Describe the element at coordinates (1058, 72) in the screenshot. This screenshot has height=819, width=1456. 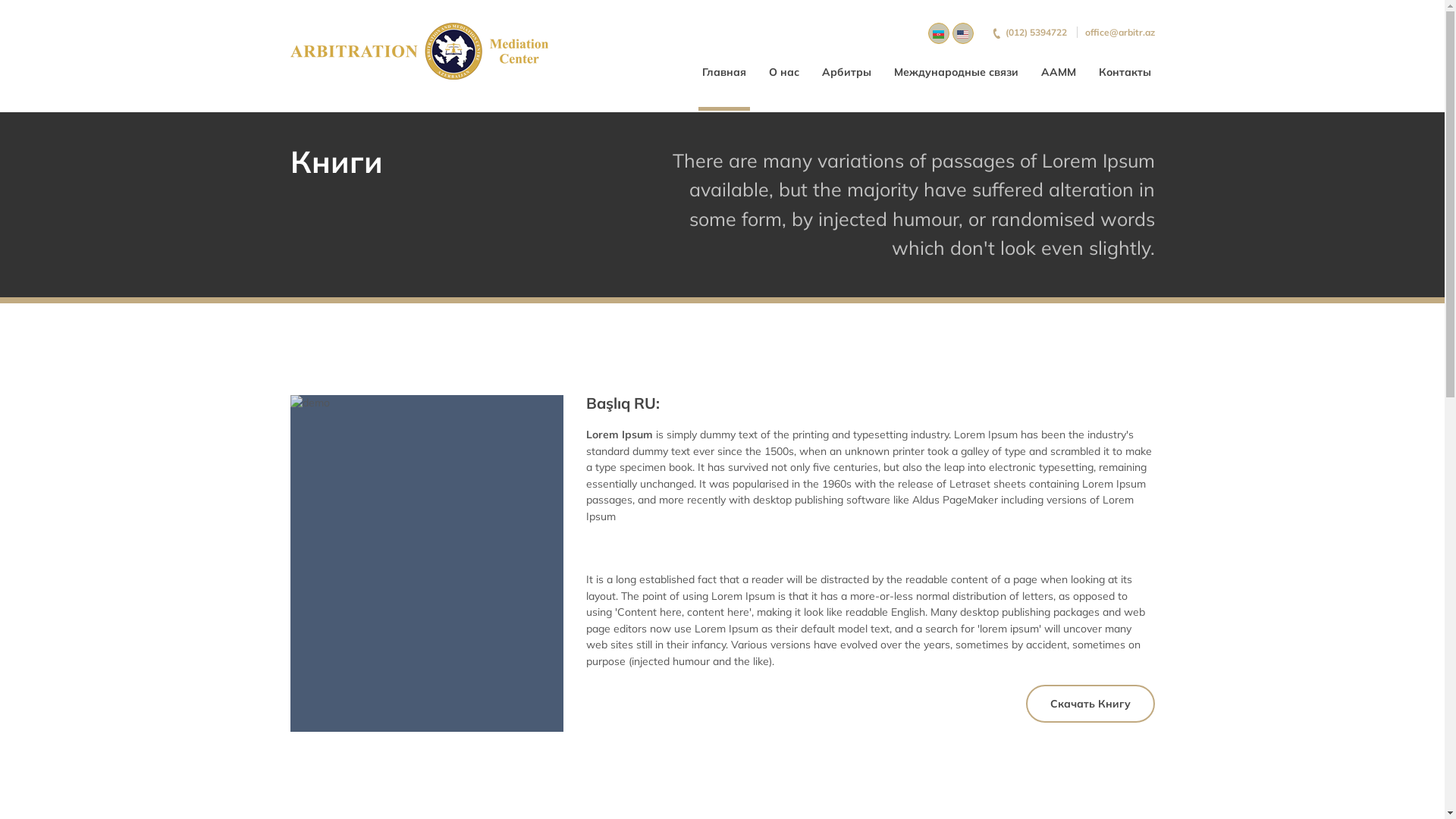
I see `'AAMM'` at that location.